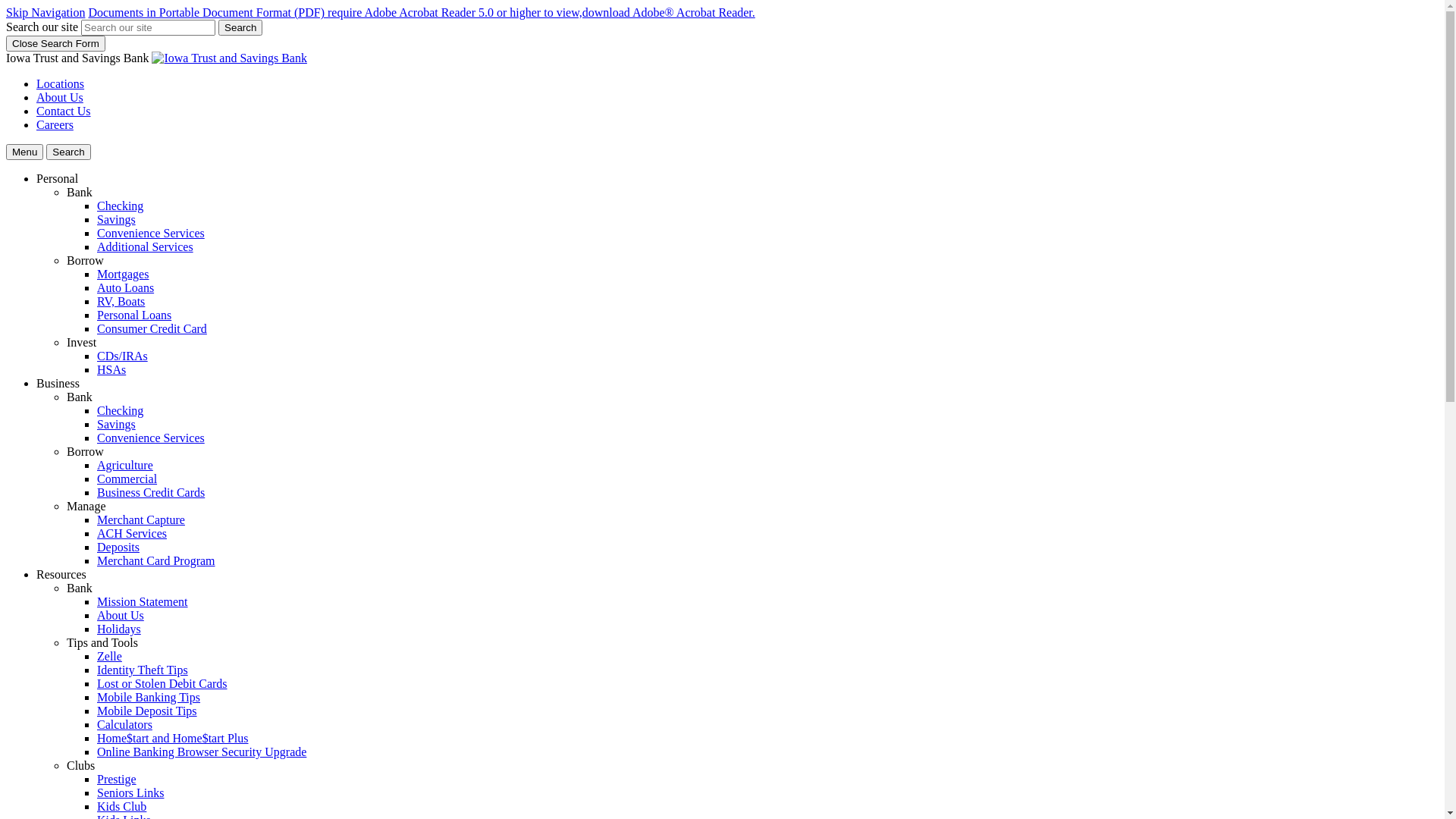 This screenshot has width=1456, height=819. What do you see at coordinates (60, 83) in the screenshot?
I see `'Locations'` at bounding box center [60, 83].